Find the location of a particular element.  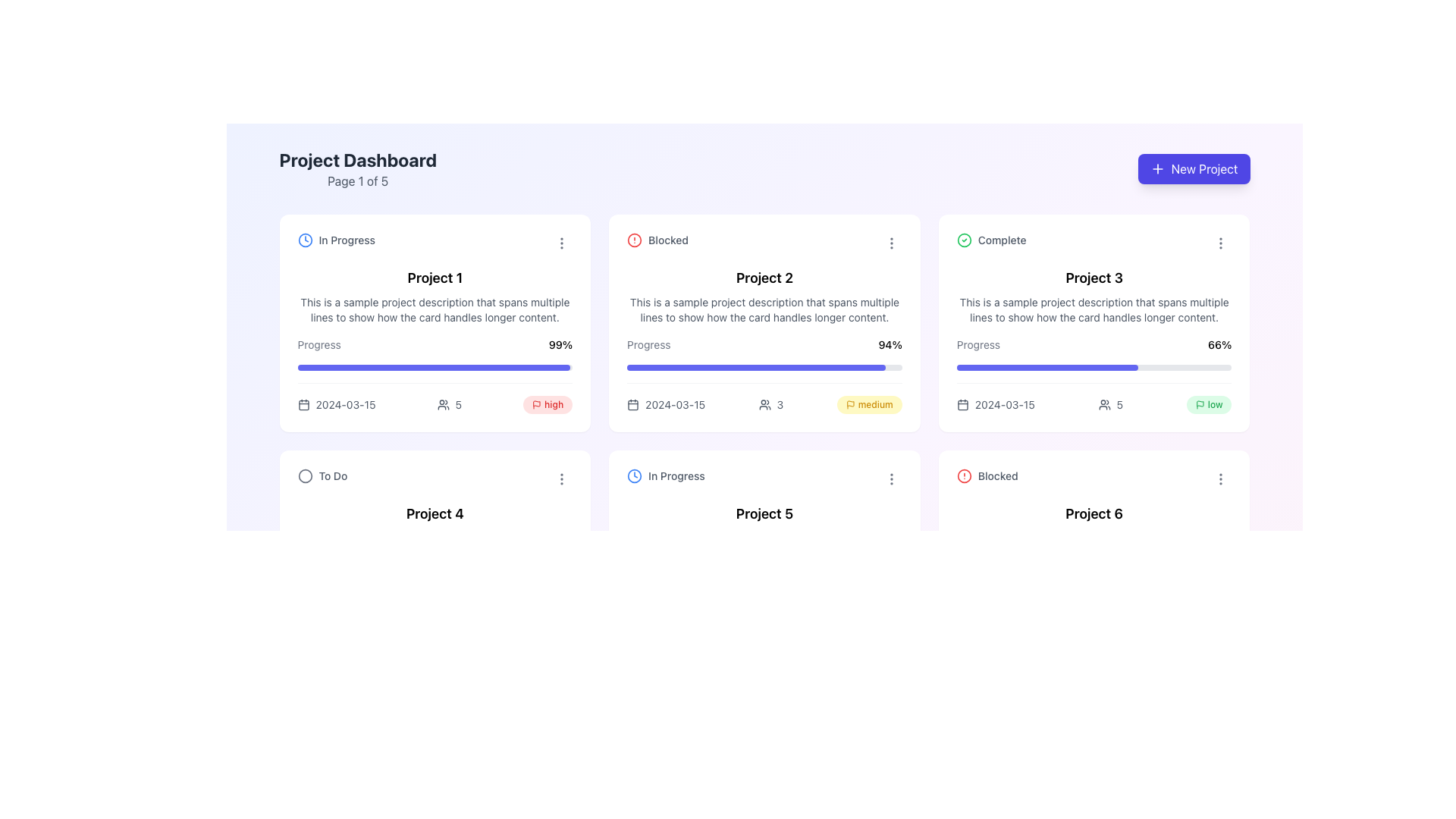

the text label displaying 'Project 5', which is styled as a bold, large font and is centrally positioned in its card, located beneath the status label 'In Progress' is located at coordinates (764, 513).